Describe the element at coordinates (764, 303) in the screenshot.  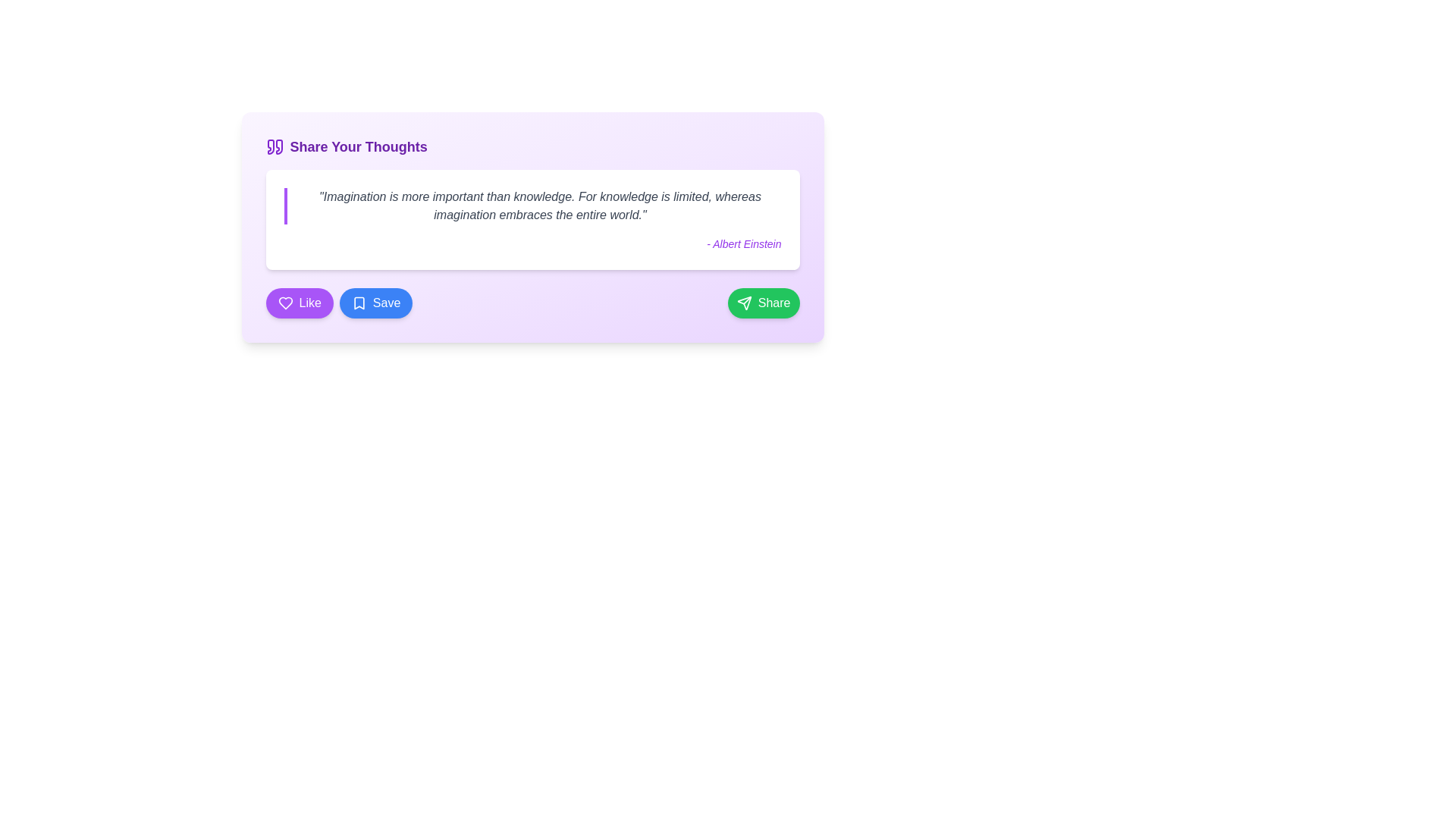
I see `the 'Share' button, which has a green background, white text, and an icon on the left` at that location.